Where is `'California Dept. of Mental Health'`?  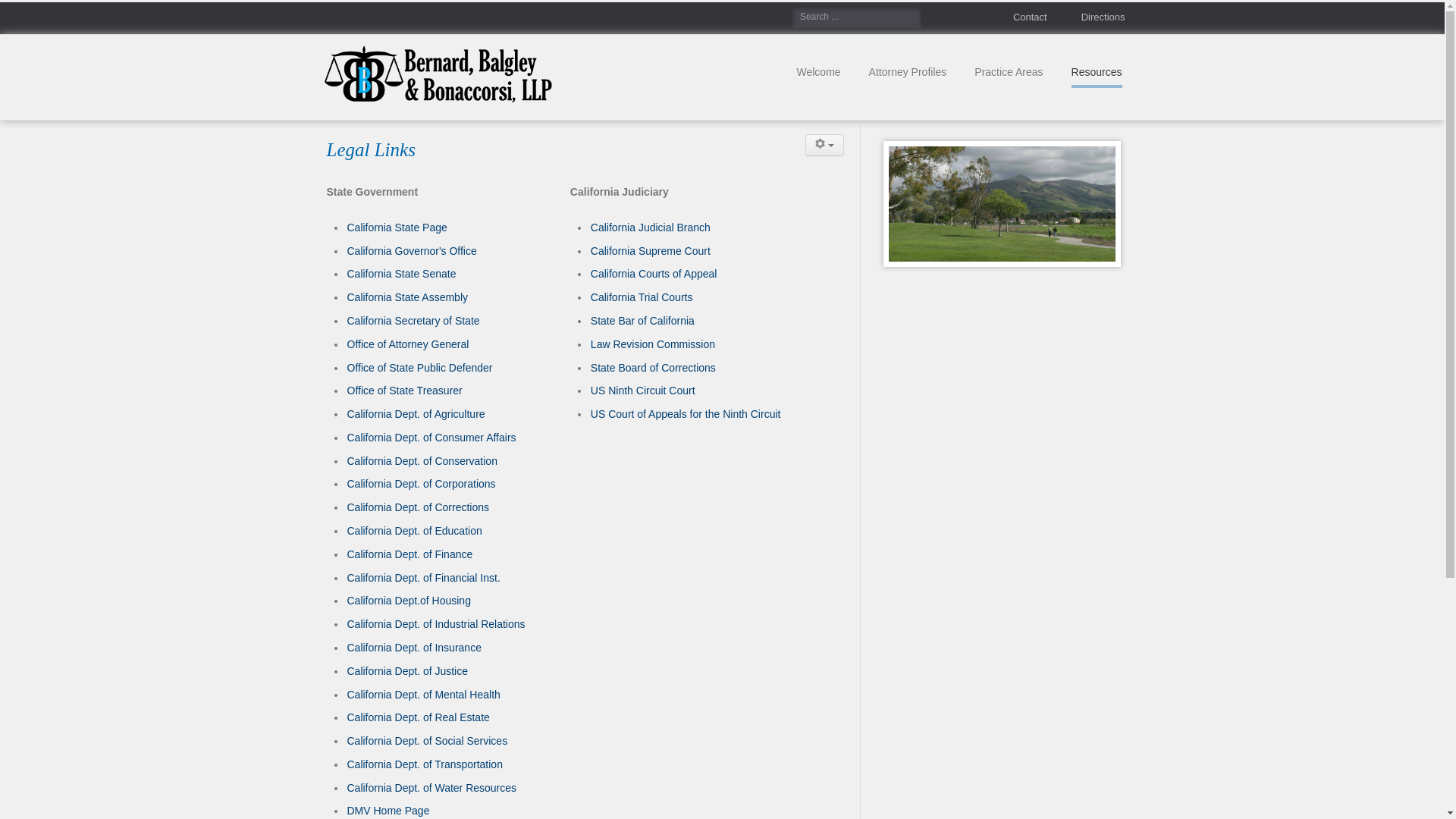
'California Dept. of Mental Health' is located at coordinates (423, 694).